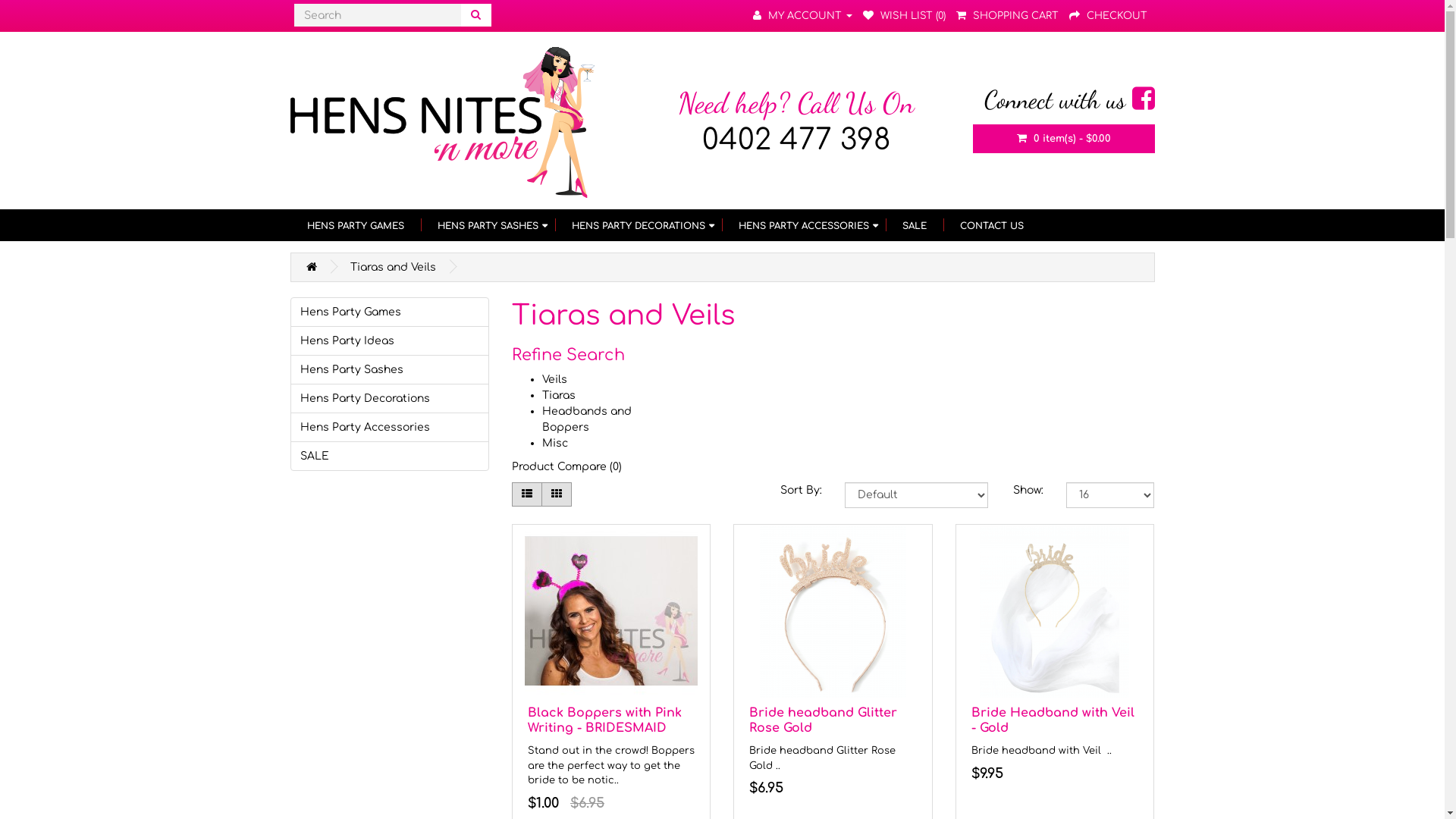 This screenshot has height=819, width=1456. Describe the element at coordinates (904, 15) in the screenshot. I see `'WISH LIST (0)'` at that location.